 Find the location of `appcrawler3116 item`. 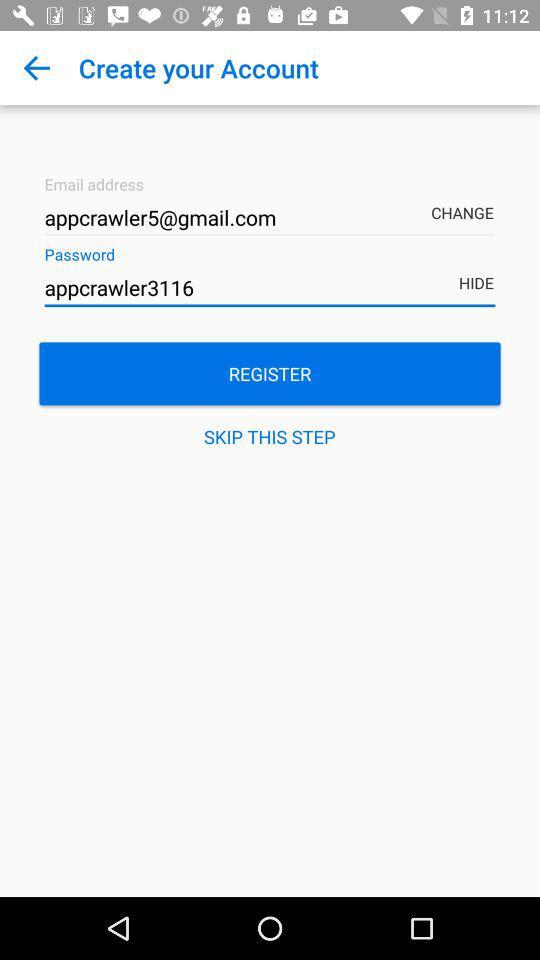

appcrawler3116 item is located at coordinates (270, 287).